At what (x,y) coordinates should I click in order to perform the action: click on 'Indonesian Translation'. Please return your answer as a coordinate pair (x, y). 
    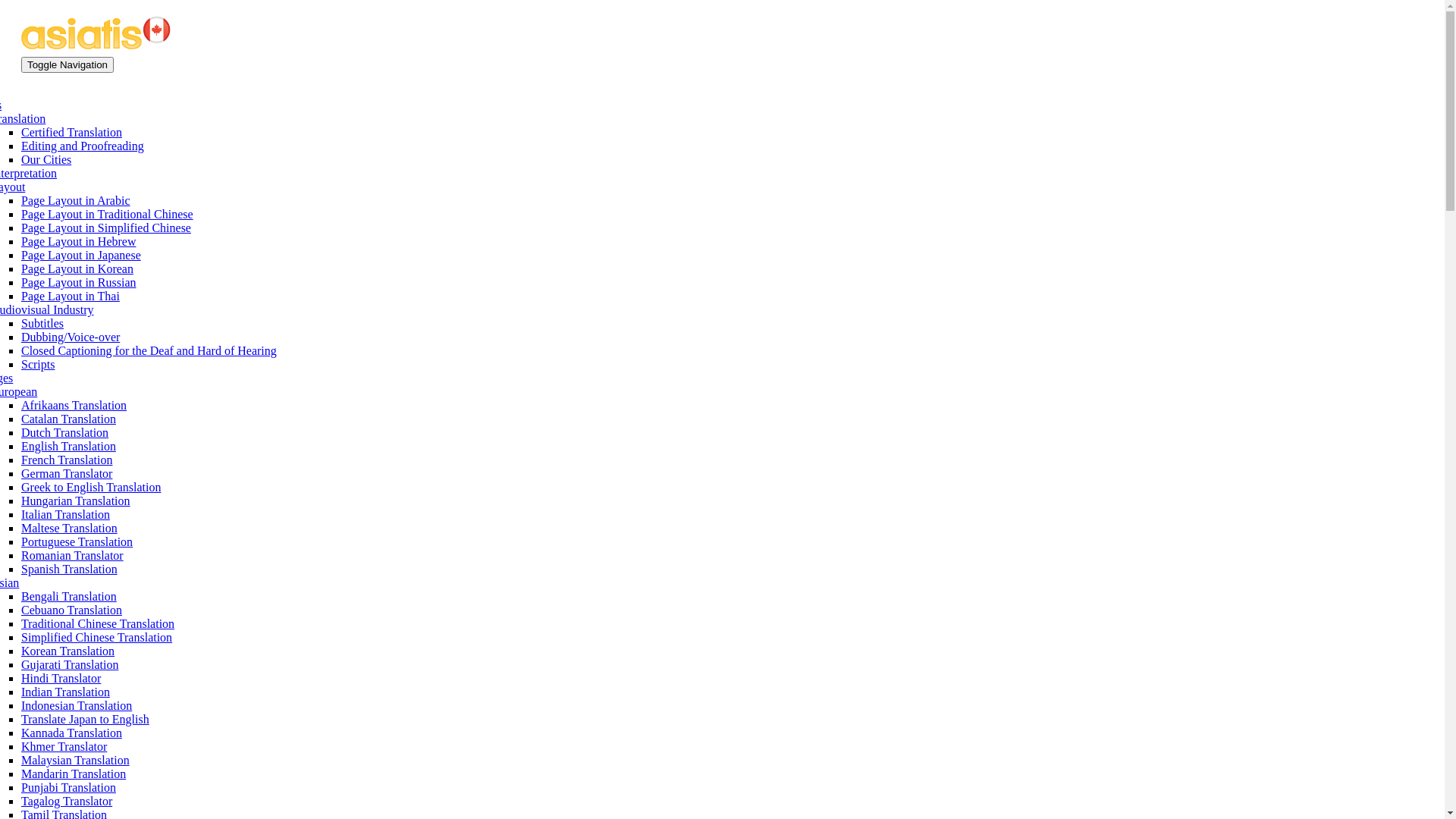
    Looking at the image, I should click on (21, 705).